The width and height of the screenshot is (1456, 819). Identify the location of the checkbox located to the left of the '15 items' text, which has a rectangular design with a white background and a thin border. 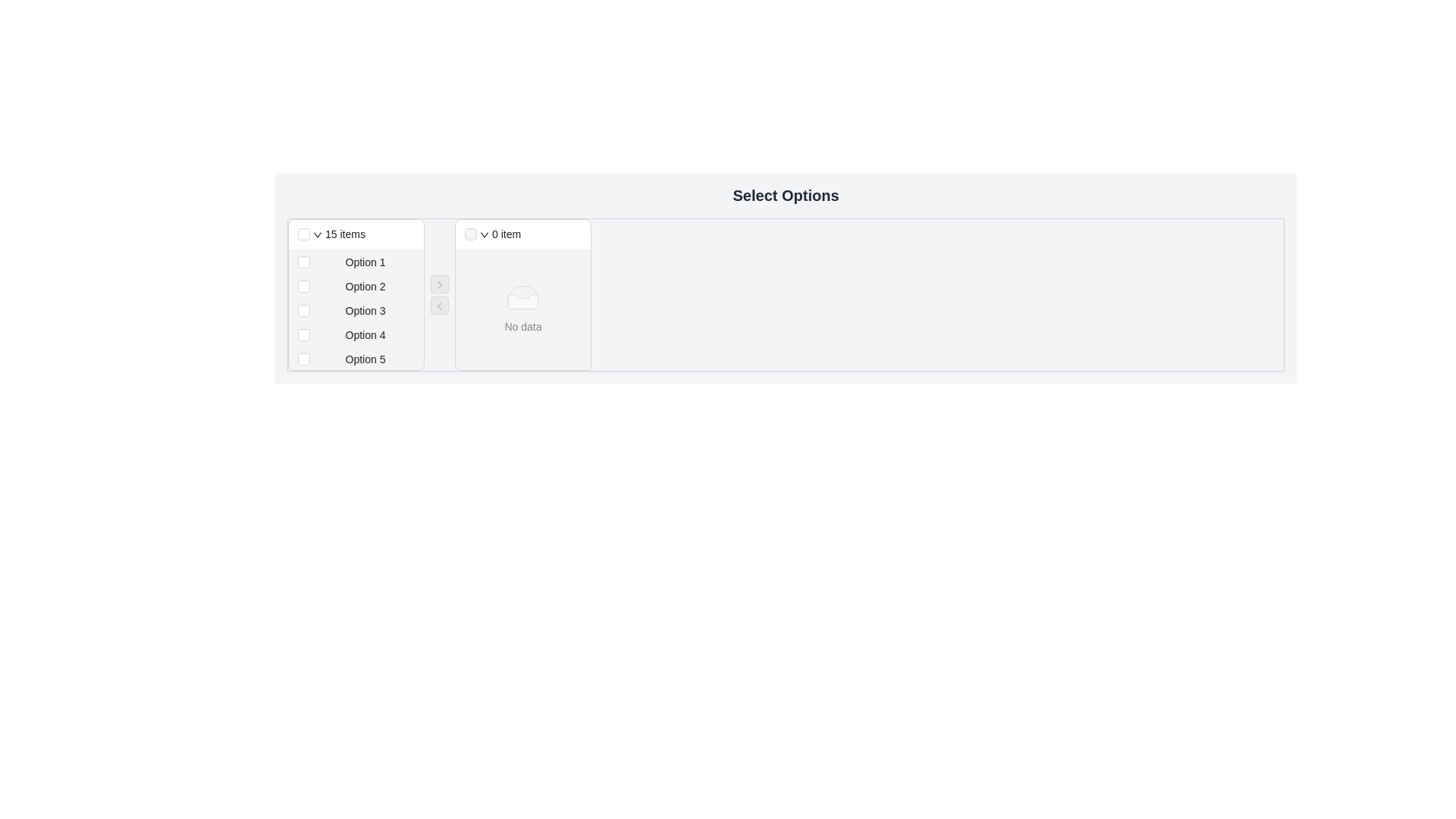
(303, 234).